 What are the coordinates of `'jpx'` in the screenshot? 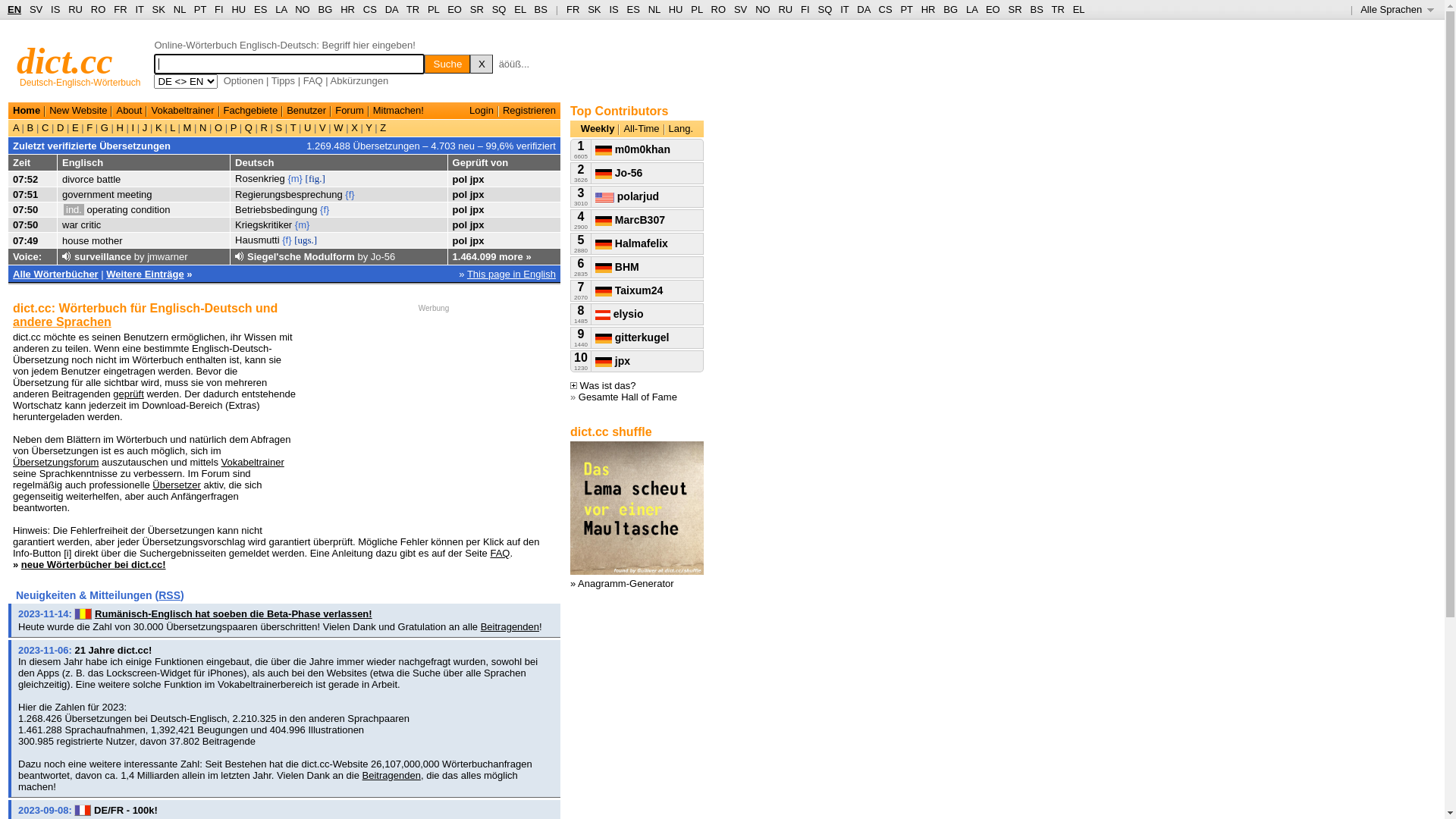 It's located at (612, 360).